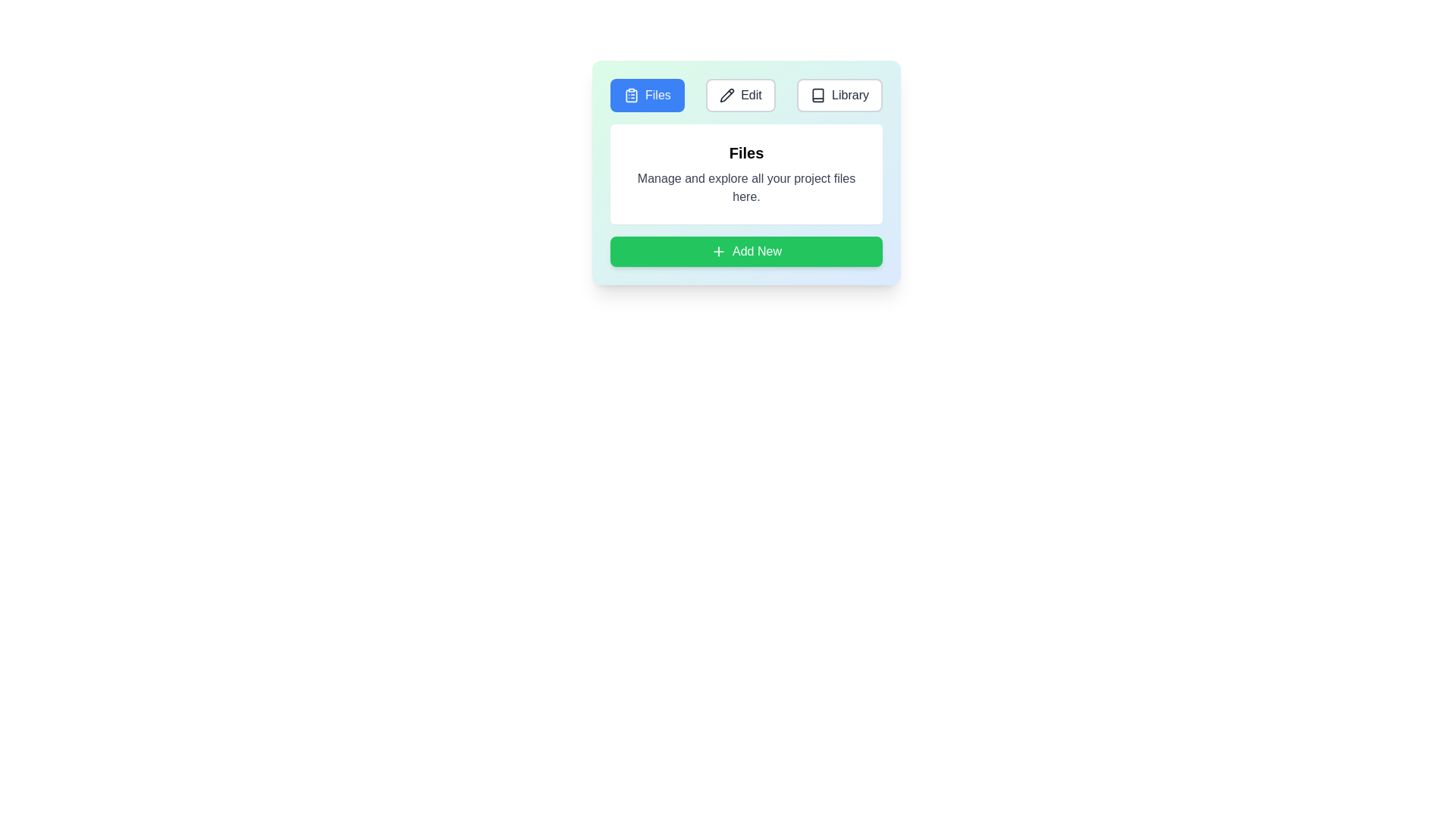 This screenshot has width=1456, height=819. Describe the element at coordinates (740, 96) in the screenshot. I see `the tab labeled Edit` at that location.